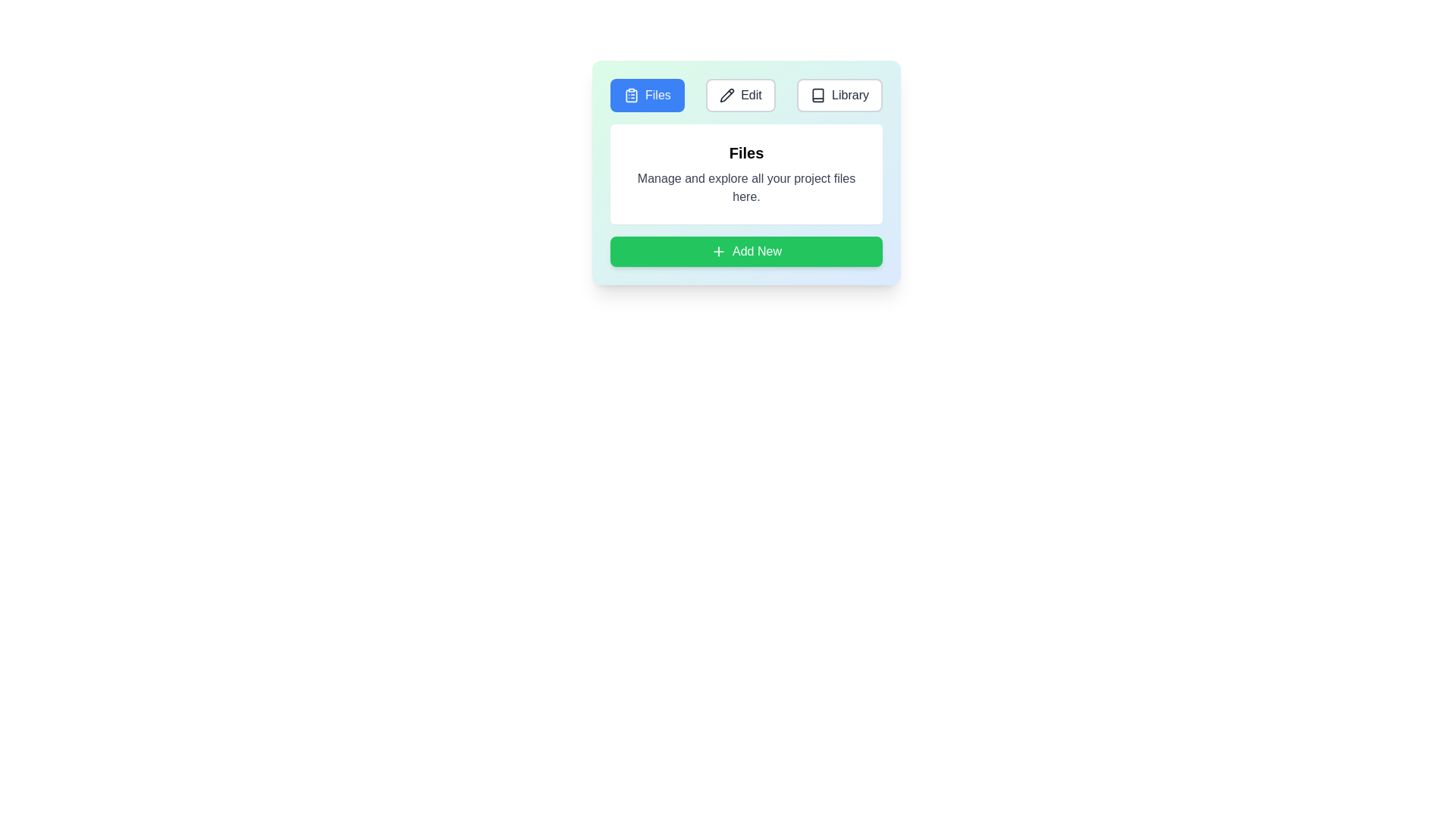 This screenshot has width=1456, height=819. Describe the element at coordinates (740, 96) in the screenshot. I see `the tab labeled Edit` at that location.